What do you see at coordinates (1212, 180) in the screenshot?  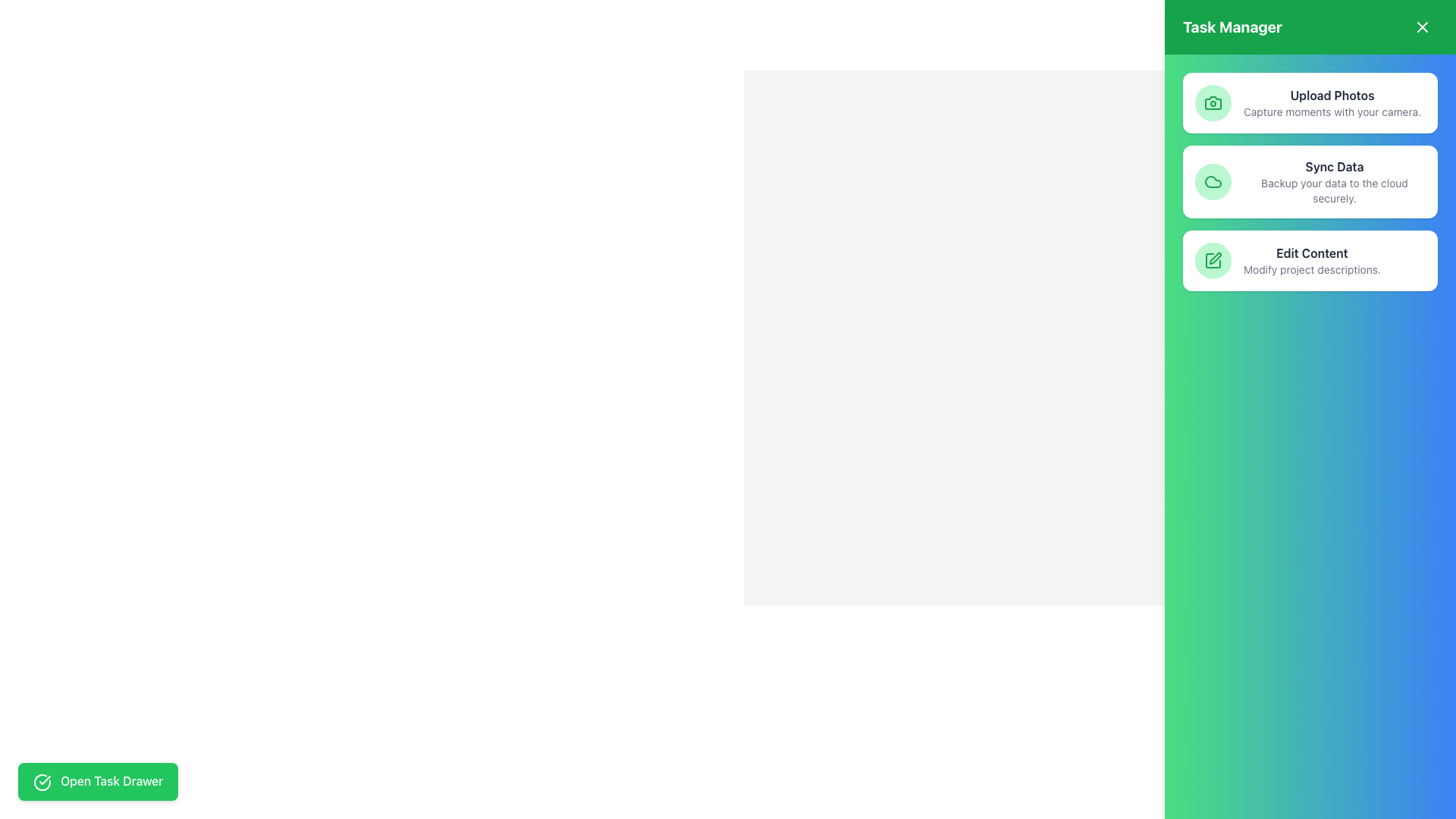 I see `the cloud synchronization icon located to the left of the 'Sync Data' text and its description in the right panel of the interface` at bounding box center [1212, 180].